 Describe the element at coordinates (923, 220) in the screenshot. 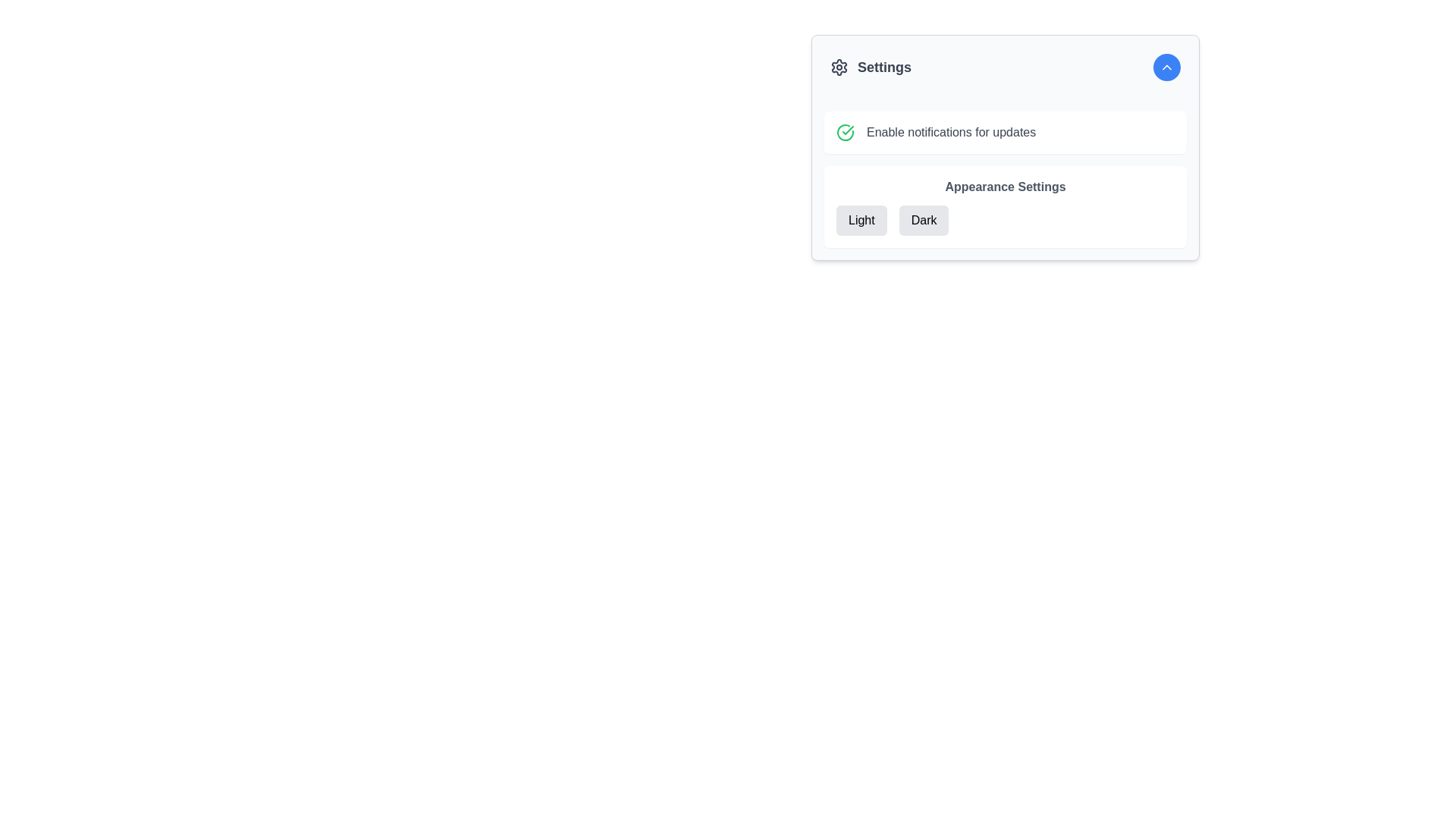

I see `the 'Dark' button within the settings panel` at that location.